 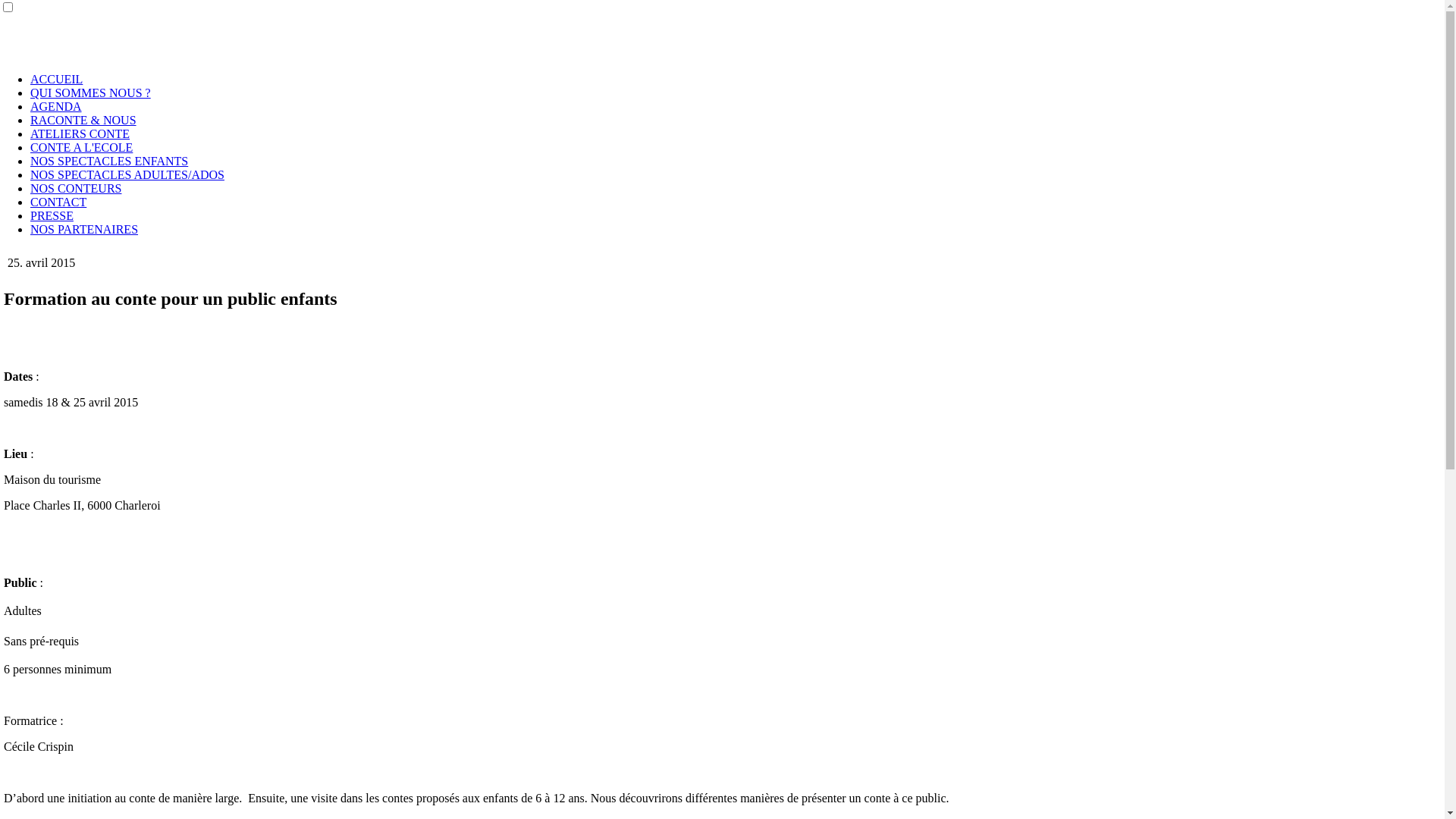 What do you see at coordinates (30, 229) in the screenshot?
I see `'NOS PARTENAIRES'` at bounding box center [30, 229].